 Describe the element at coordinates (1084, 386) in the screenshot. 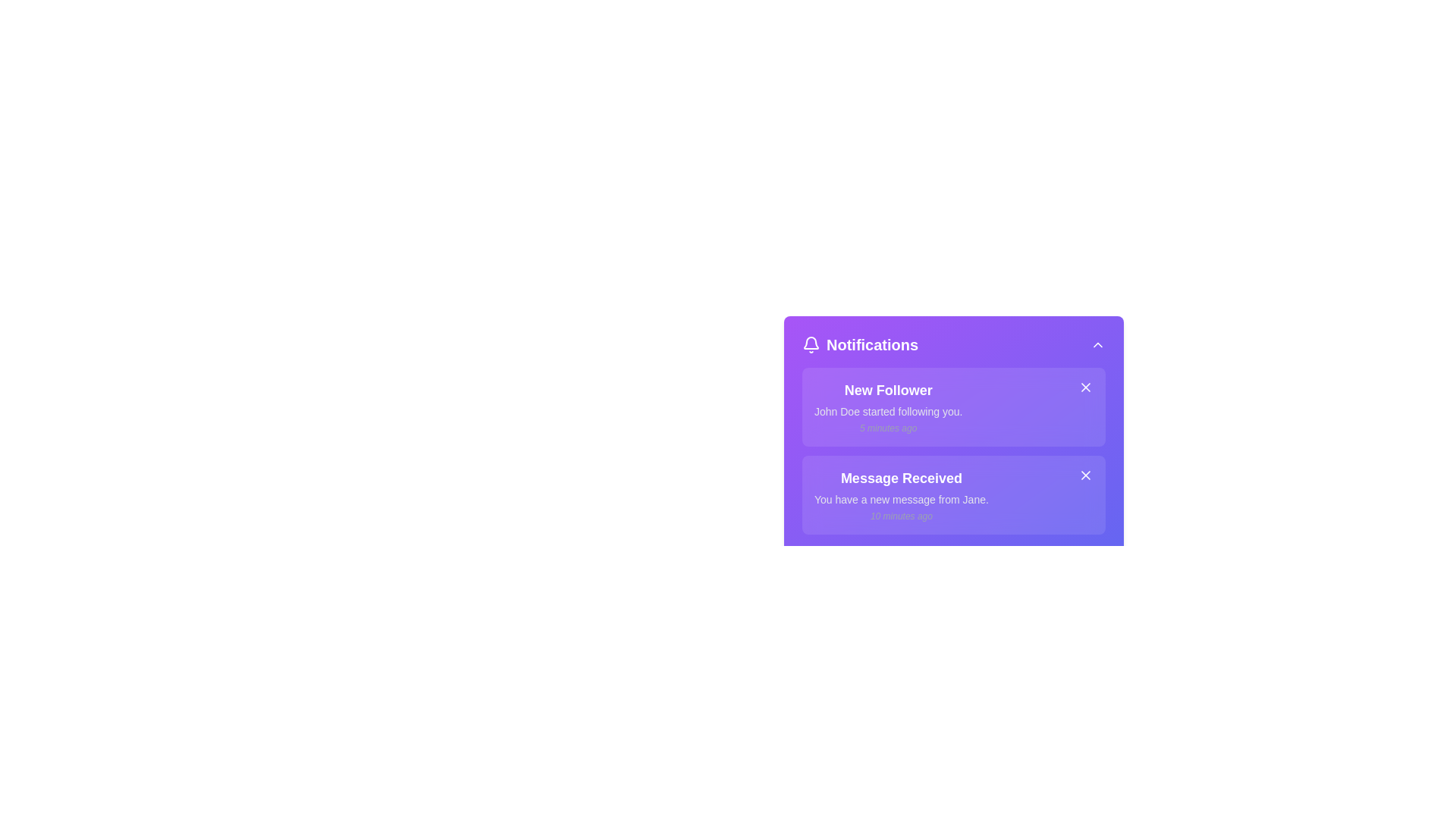

I see `the Close button icon resembling a diagonal cross in the top-right corner of the 'New Follower' notification item` at that location.